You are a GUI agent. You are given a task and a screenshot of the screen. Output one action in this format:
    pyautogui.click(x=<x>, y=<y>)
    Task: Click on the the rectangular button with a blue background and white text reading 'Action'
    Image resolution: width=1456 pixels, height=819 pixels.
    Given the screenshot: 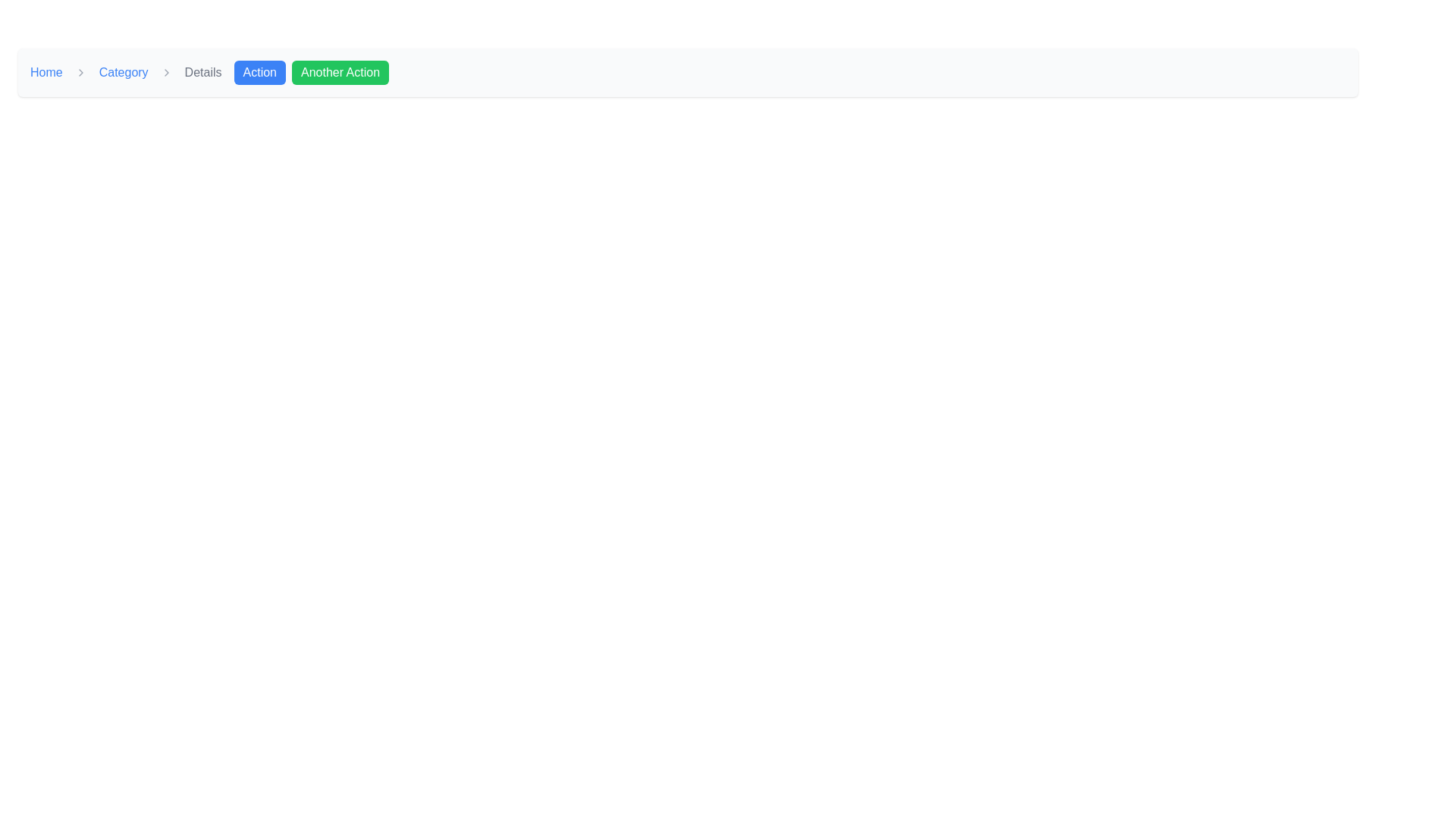 What is the action you would take?
    pyautogui.click(x=259, y=73)
    